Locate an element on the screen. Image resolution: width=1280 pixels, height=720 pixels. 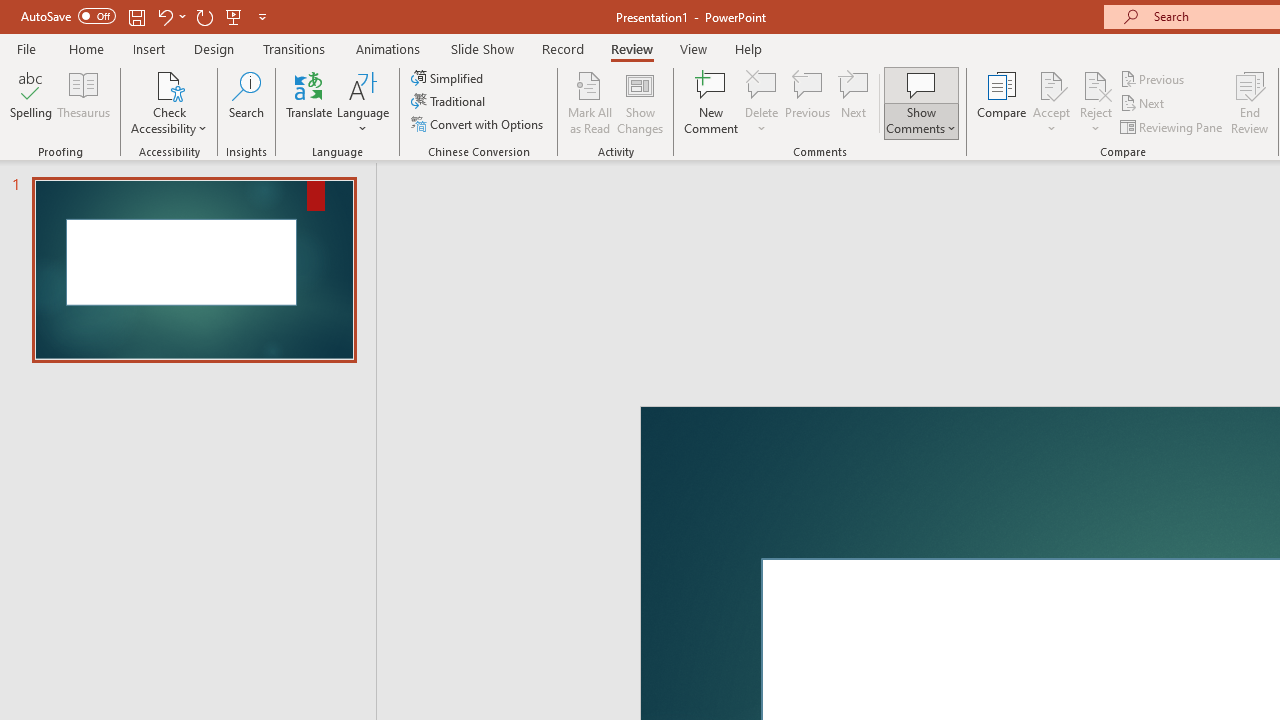
'Reject' is located at coordinates (1095, 103).